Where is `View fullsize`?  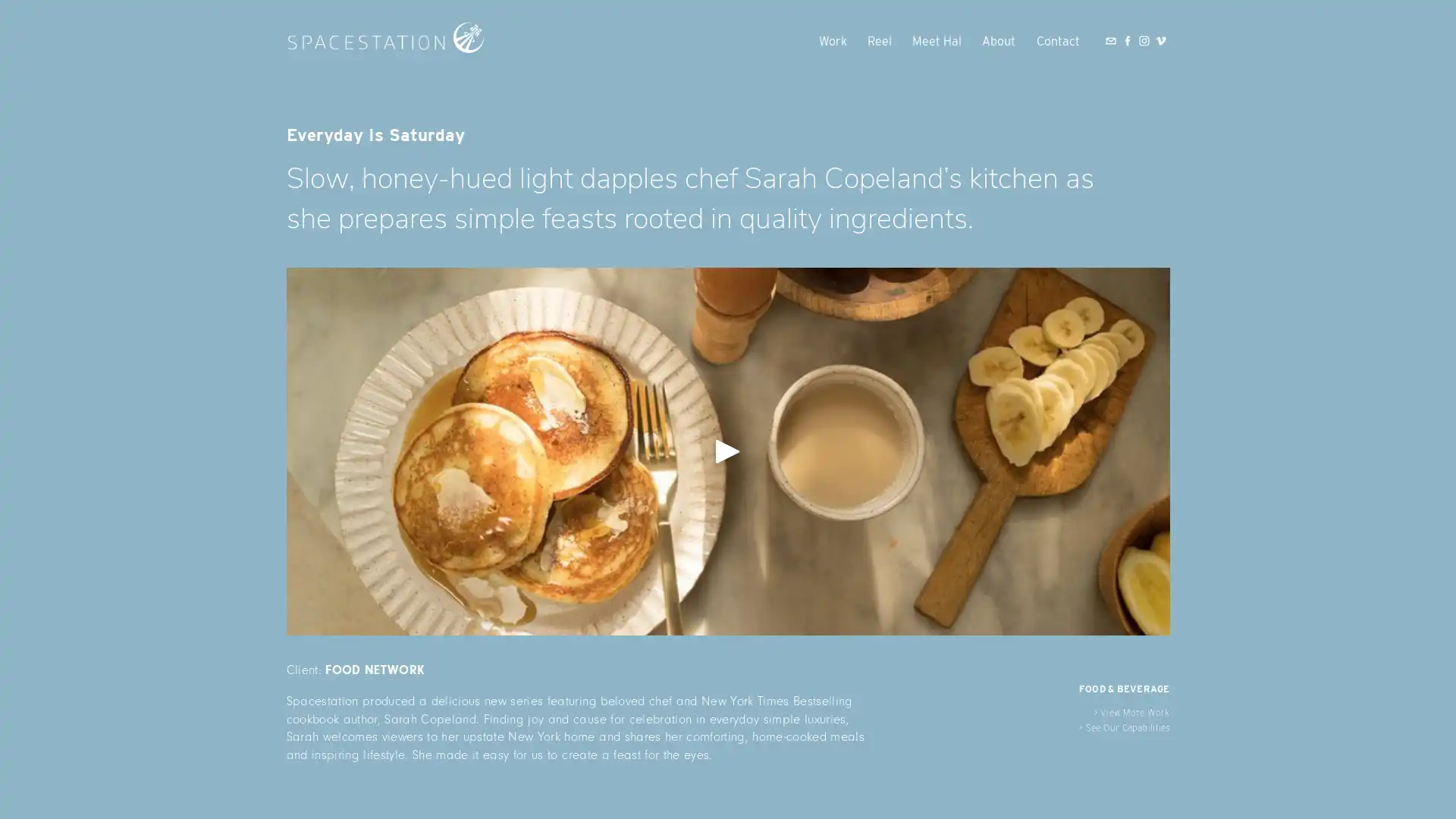
View fullsize is located at coordinates (726, 450).